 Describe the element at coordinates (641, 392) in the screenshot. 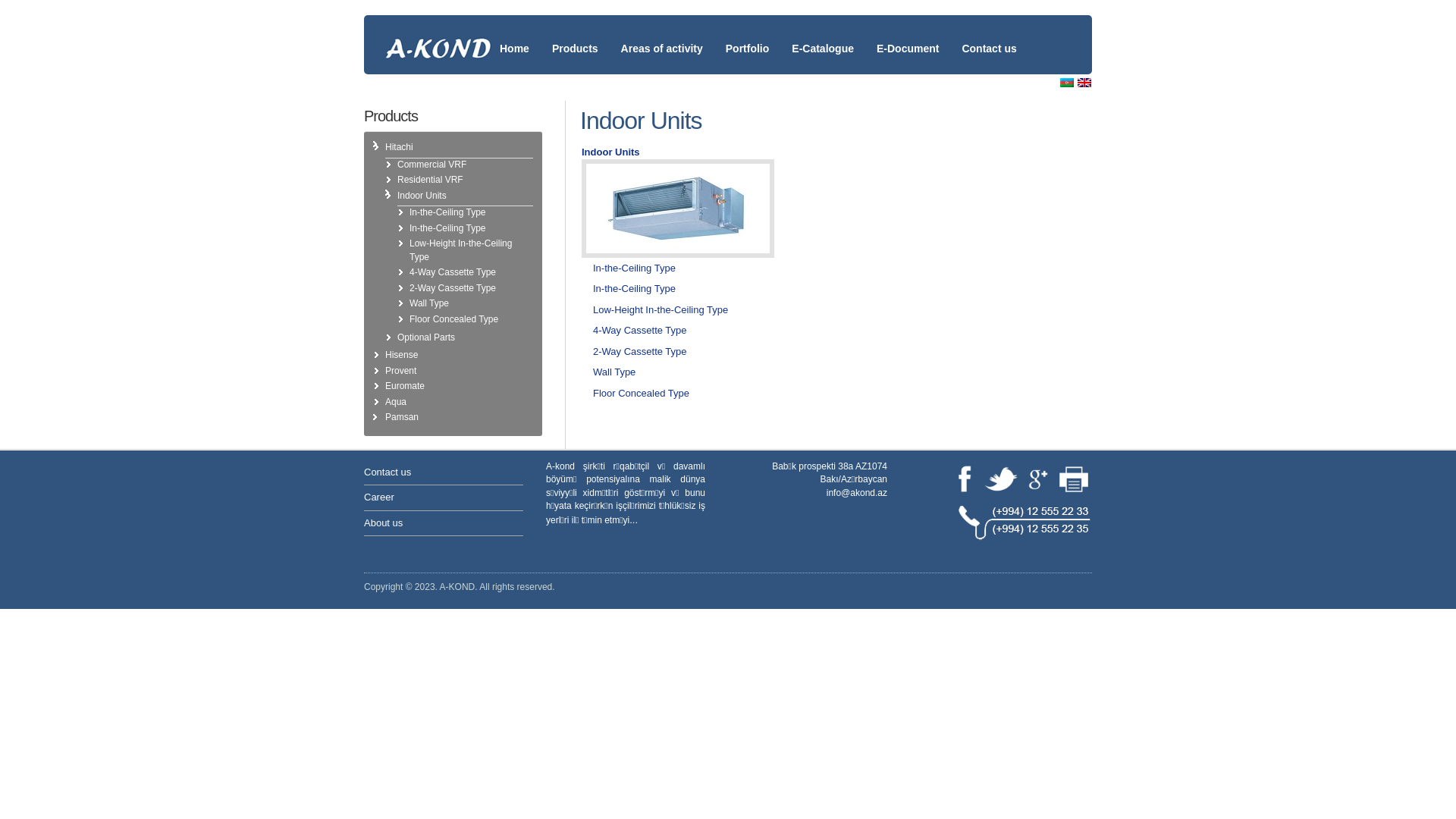

I see `'Floor Concealed Type'` at that location.